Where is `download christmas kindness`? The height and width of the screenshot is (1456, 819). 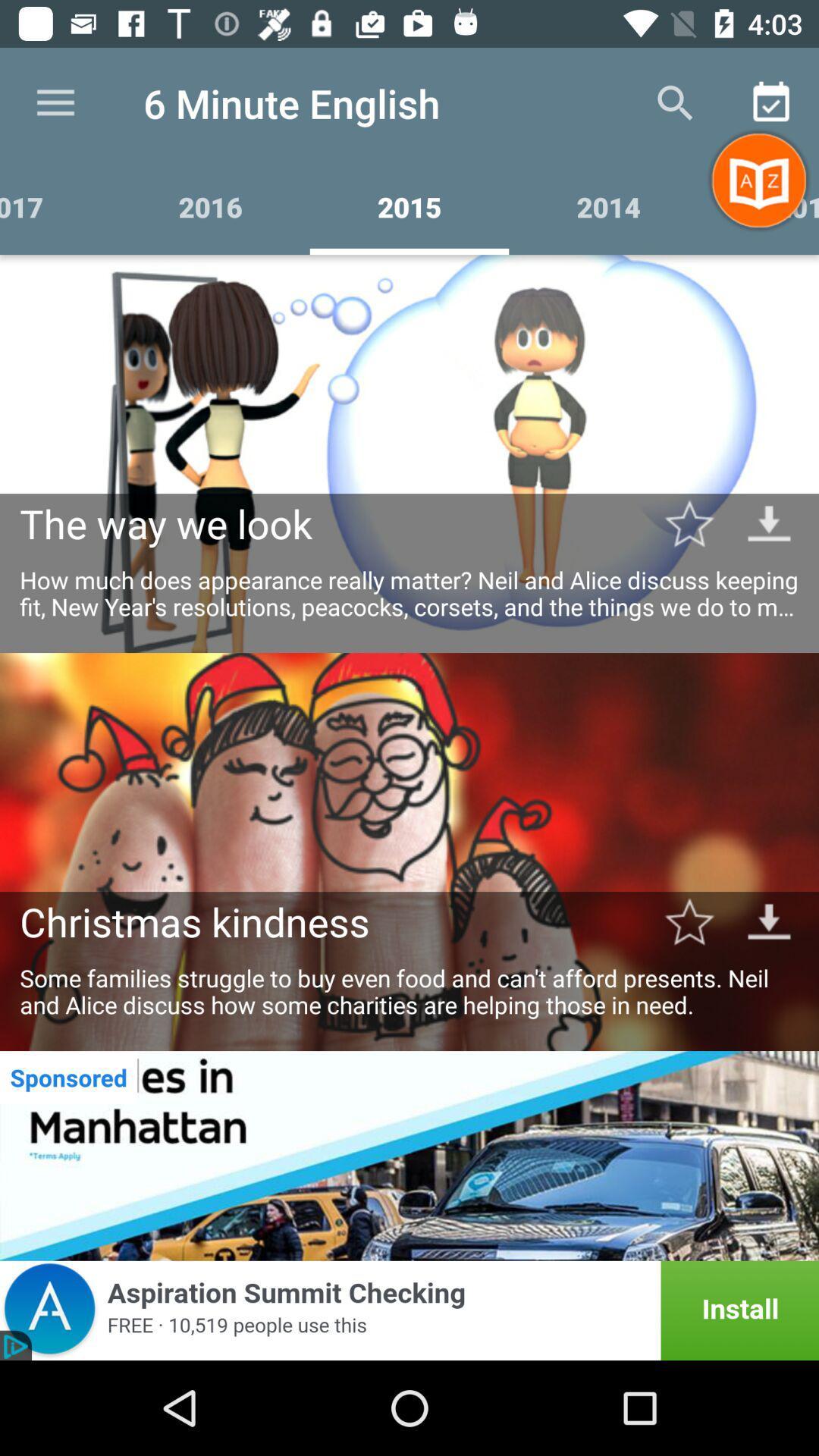 download christmas kindness is located at coordinates (769, 921).